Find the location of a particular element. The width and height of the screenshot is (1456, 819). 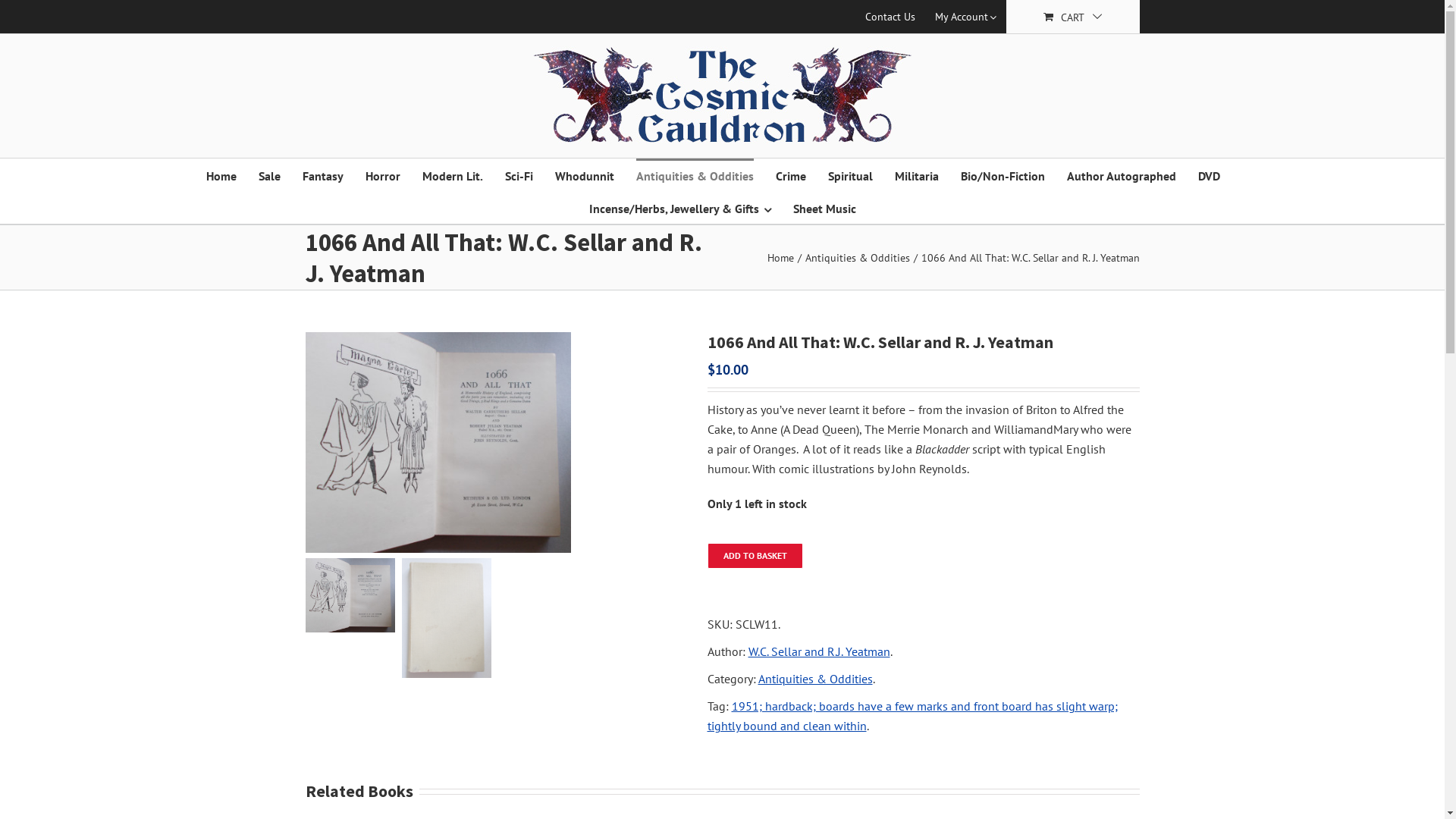

'Fantasy' is located at coordinates (322, 174).